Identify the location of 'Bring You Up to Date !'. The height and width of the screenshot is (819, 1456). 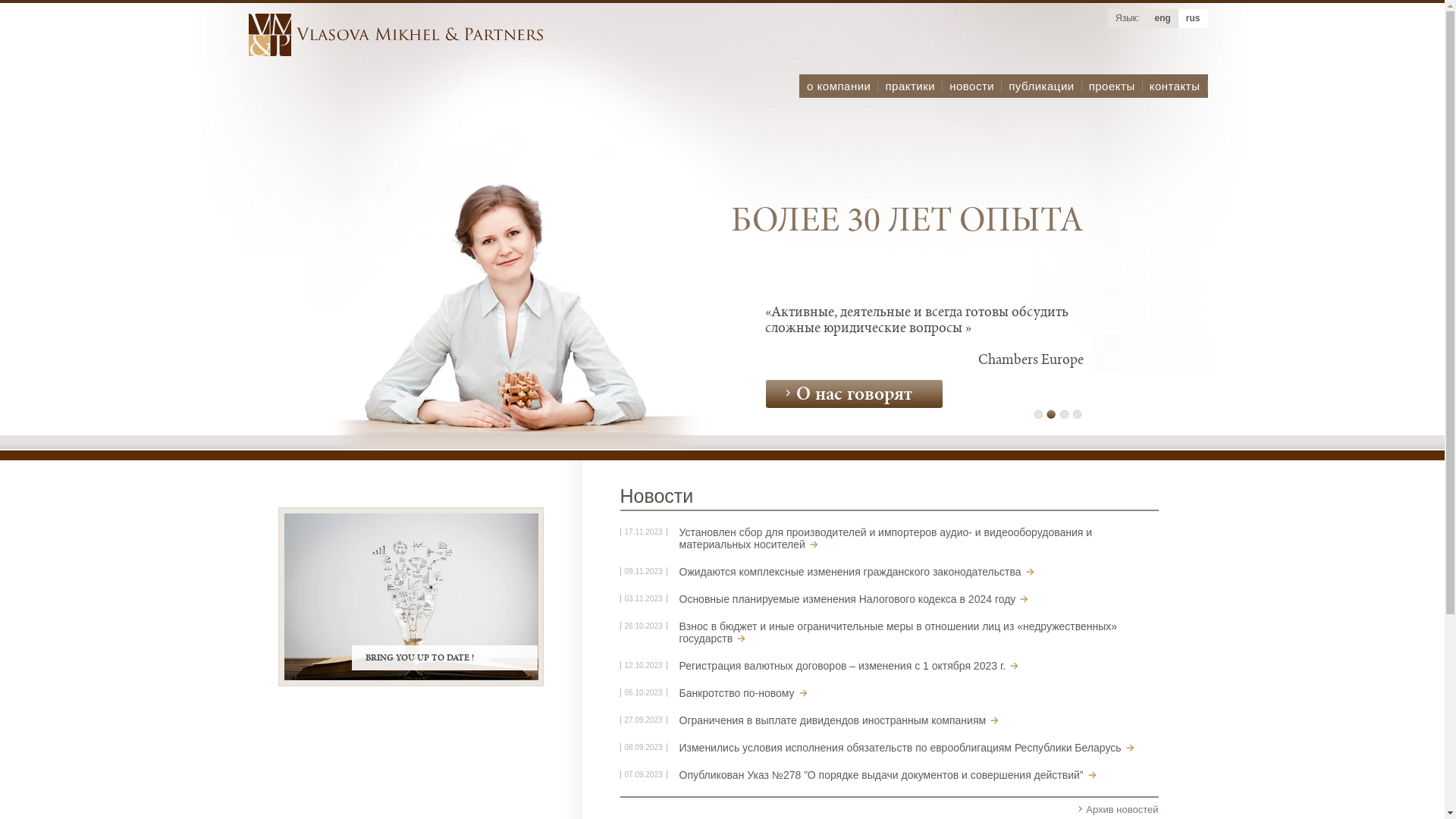
(410, 595).